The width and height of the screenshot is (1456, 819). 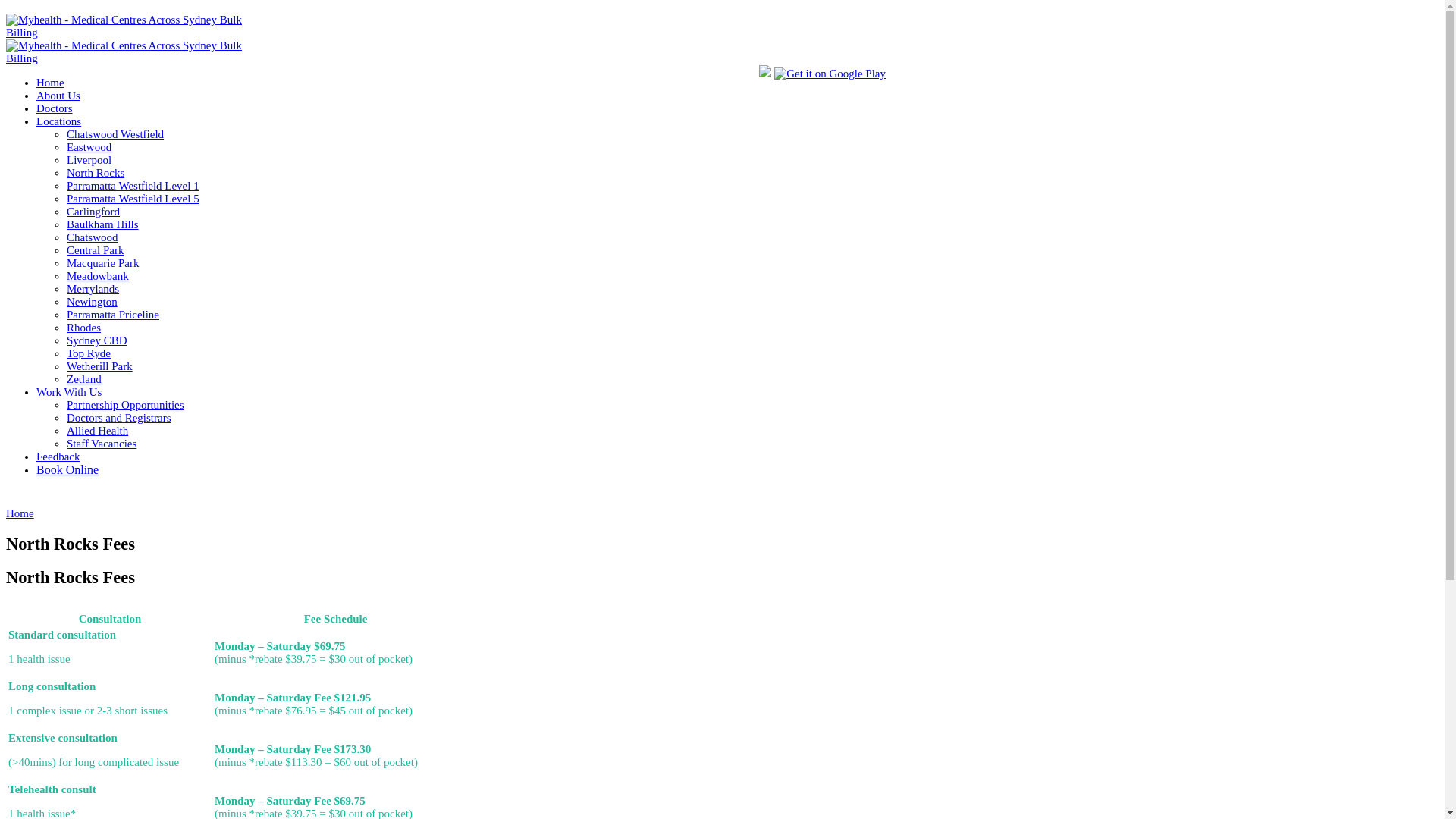 What do you see at coordinates (58, 455) in the screenshot?
I see `'Feedback'` at bounding box center [58, 455].